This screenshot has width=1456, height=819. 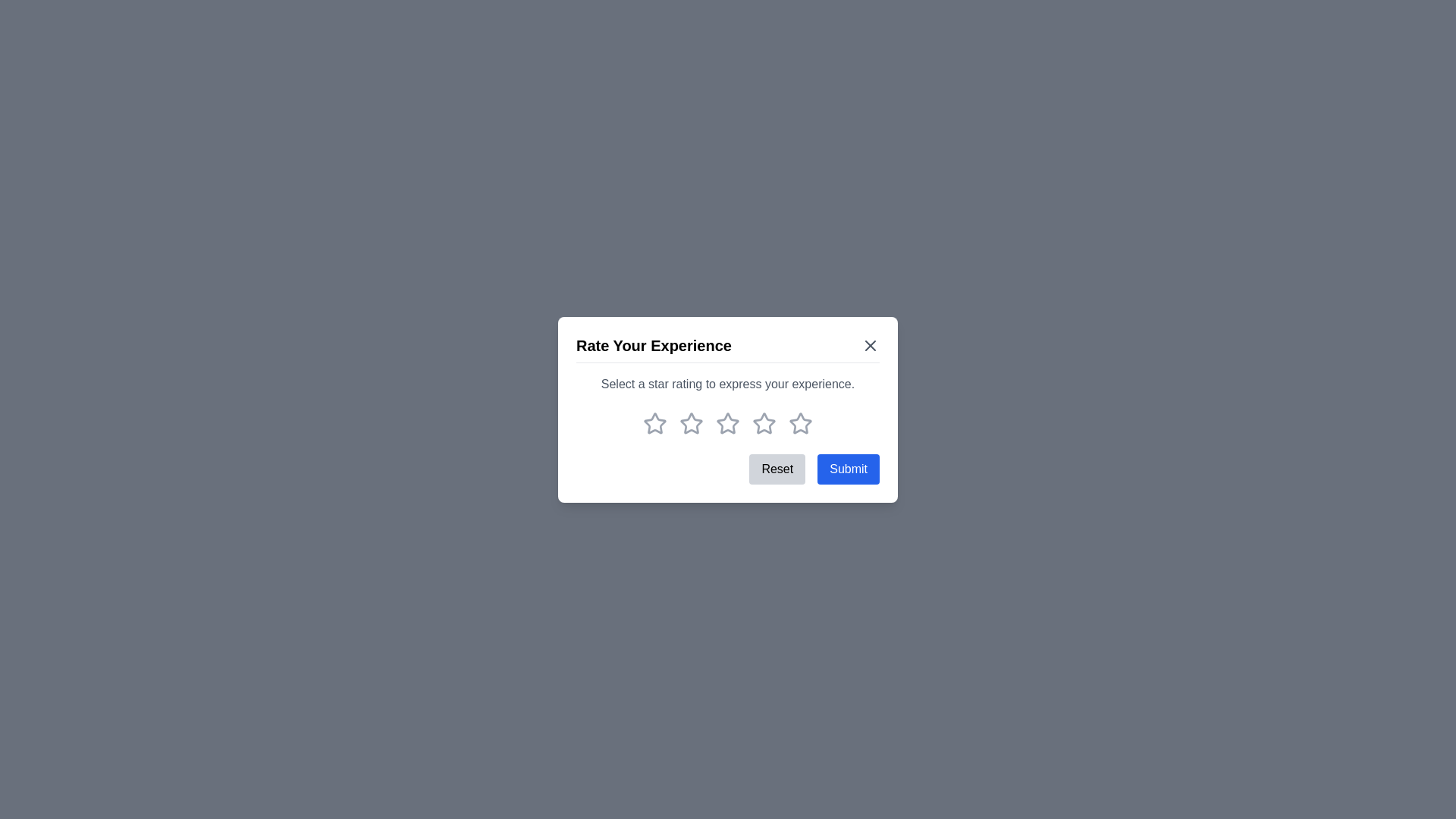 What do you see at coordinates (655, 423) in the screenshot?
I see `the rating to 1 stars by clicking on the corresponding star` at bounding box center [655, 423].